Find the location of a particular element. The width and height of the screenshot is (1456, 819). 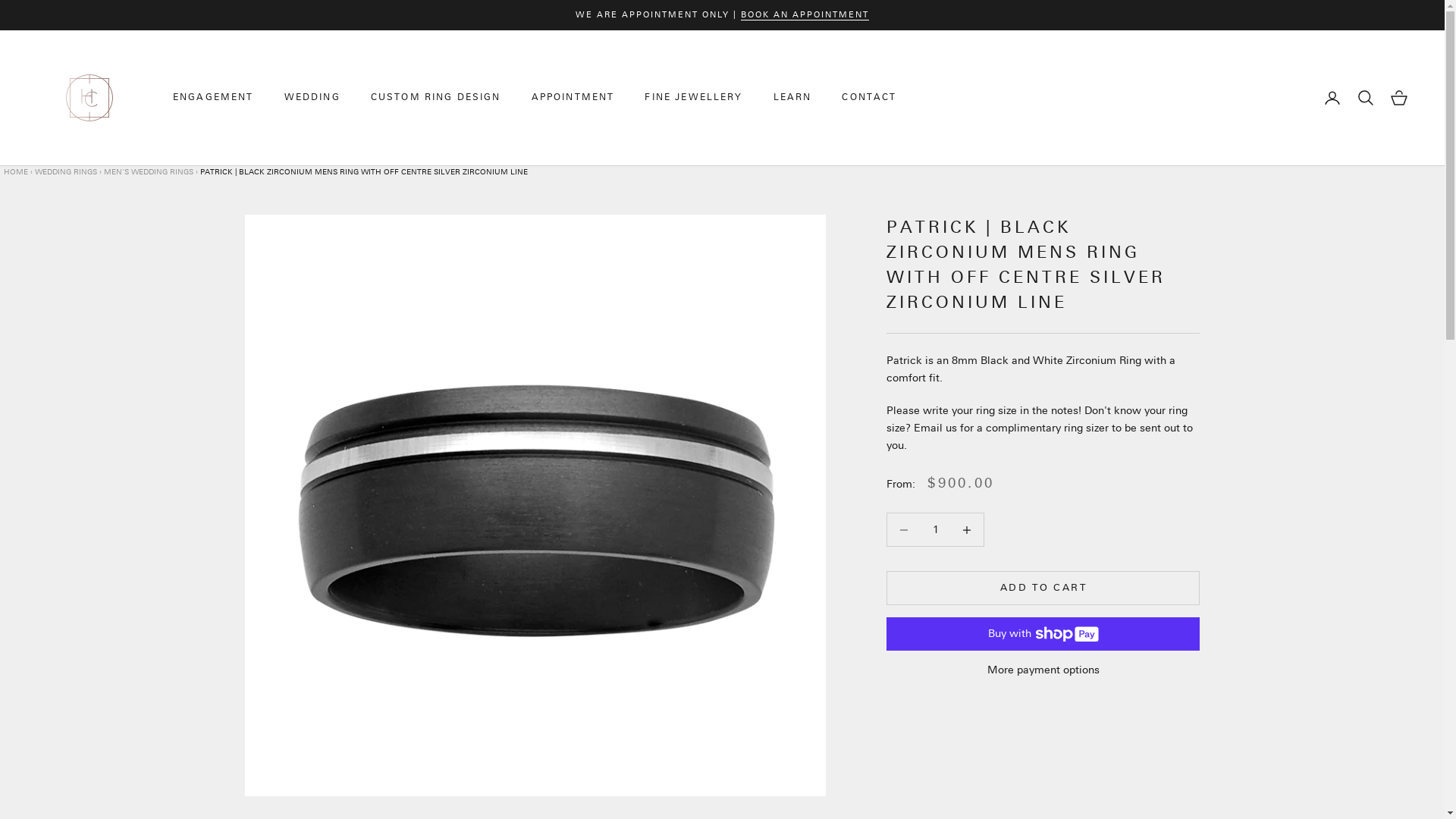

'Harry & Co Jewellery' is located at coordinates (89, 97).